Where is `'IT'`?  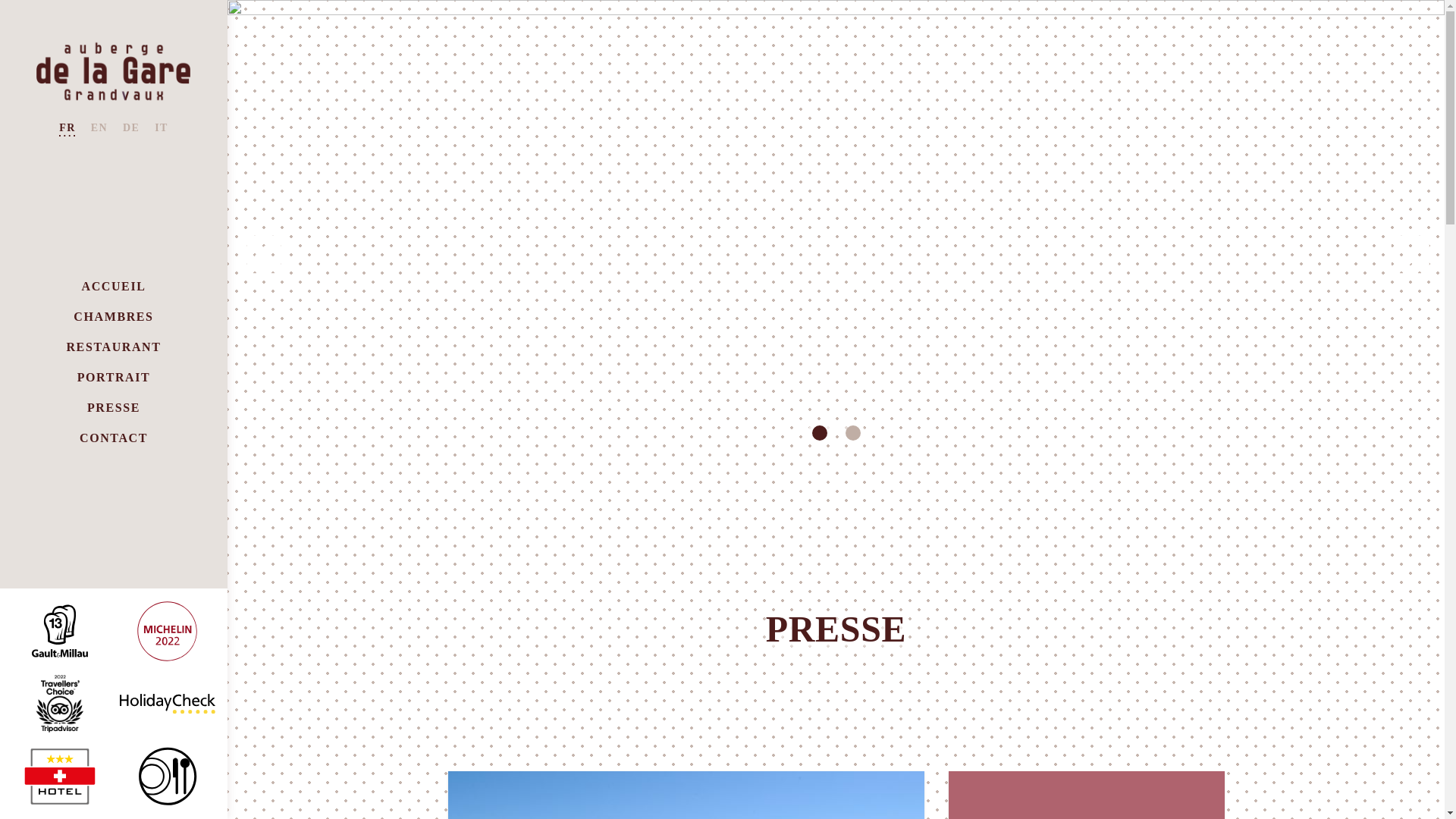 'IT' is located at coordinates (161, 127).